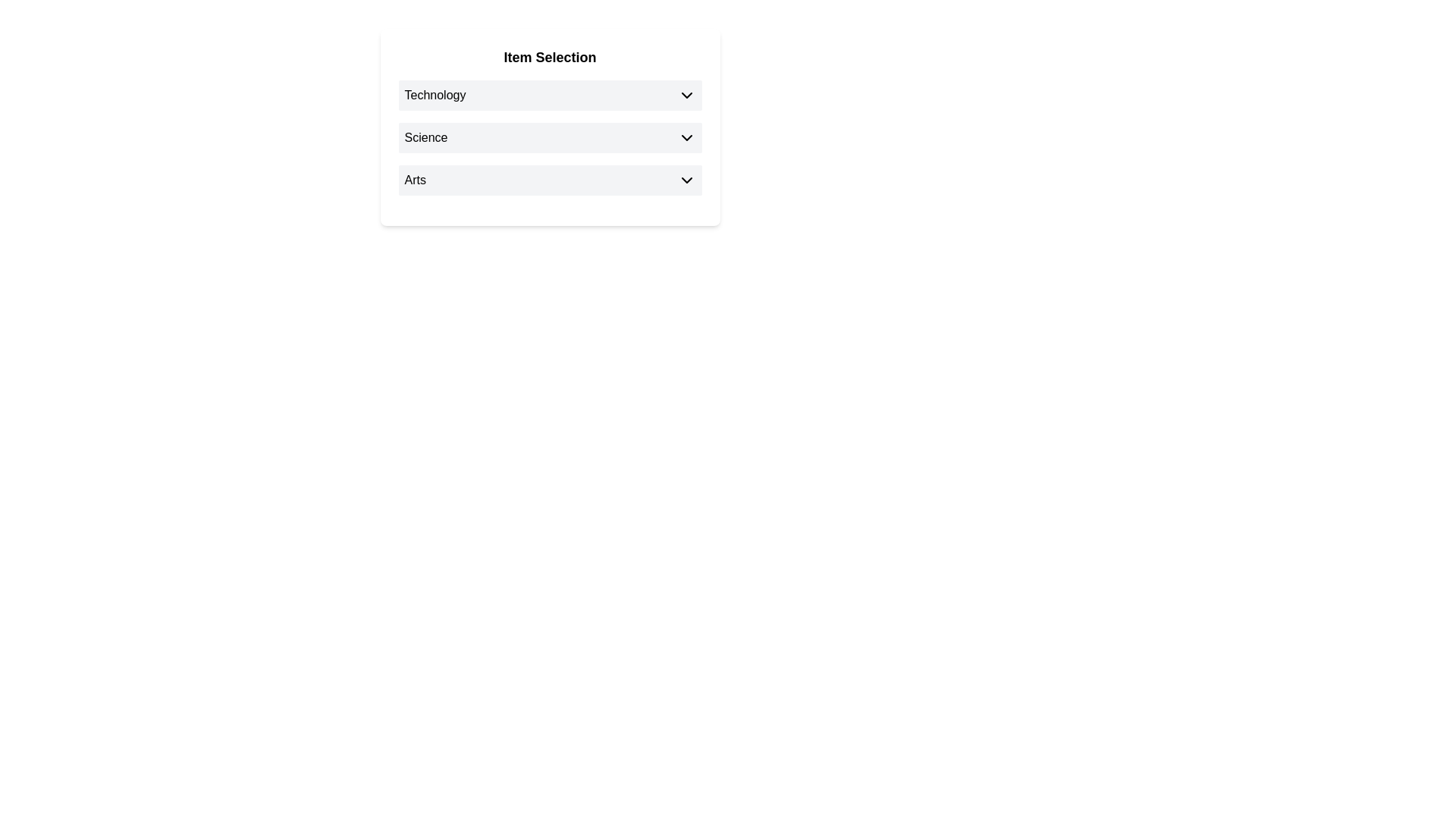 Image resolution: width=1456 pixels, height=819 pixels. Describe the element at coordinates (549, 127) in the screenshot. I see `the dropdown arrow of the second dropdown menu labeled 'Science'` at that location.